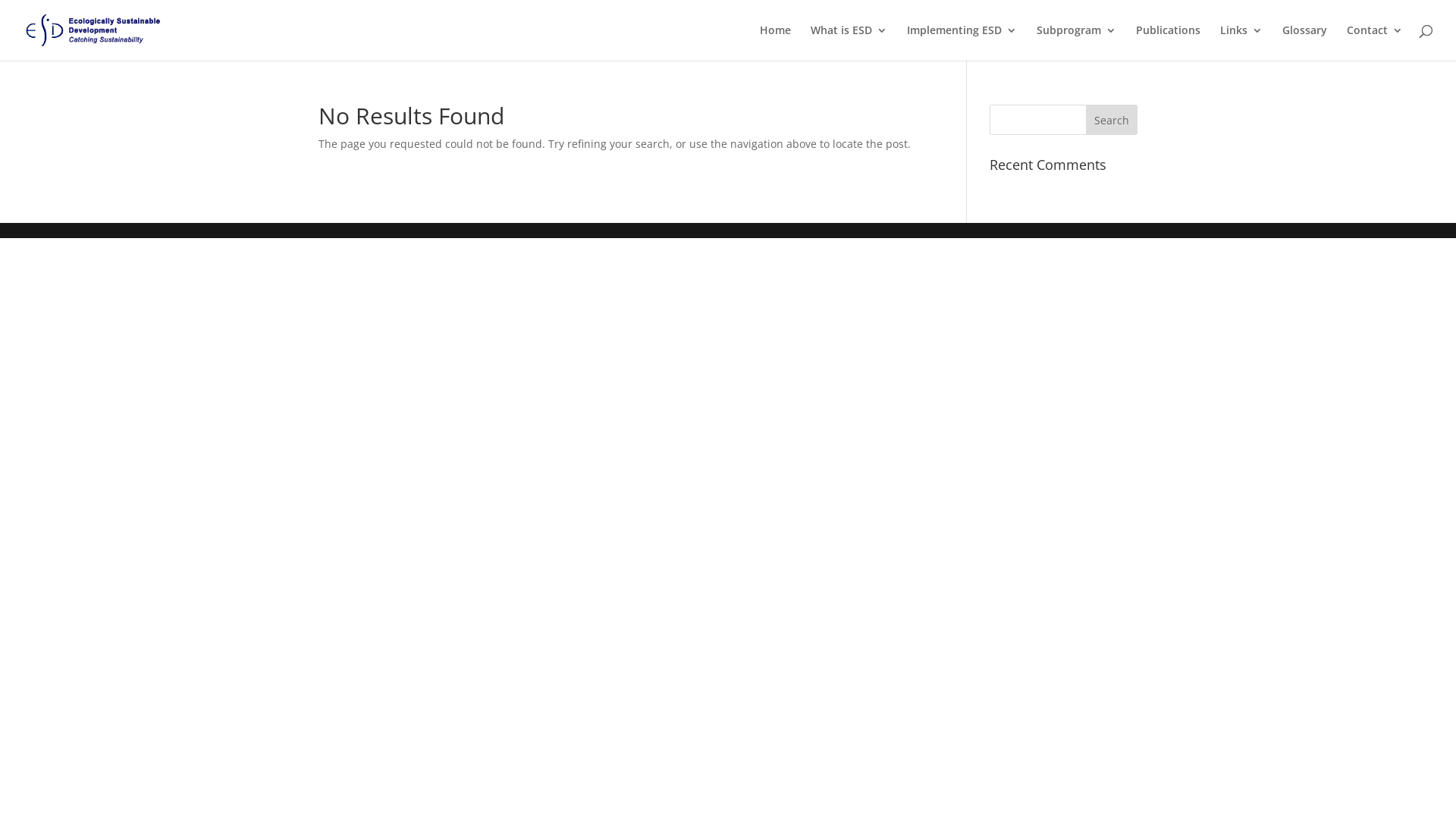 Image resolution: width=1456 pixels, height=819 pixels. I want to click on 'Subprogram', so click(1075, 42).